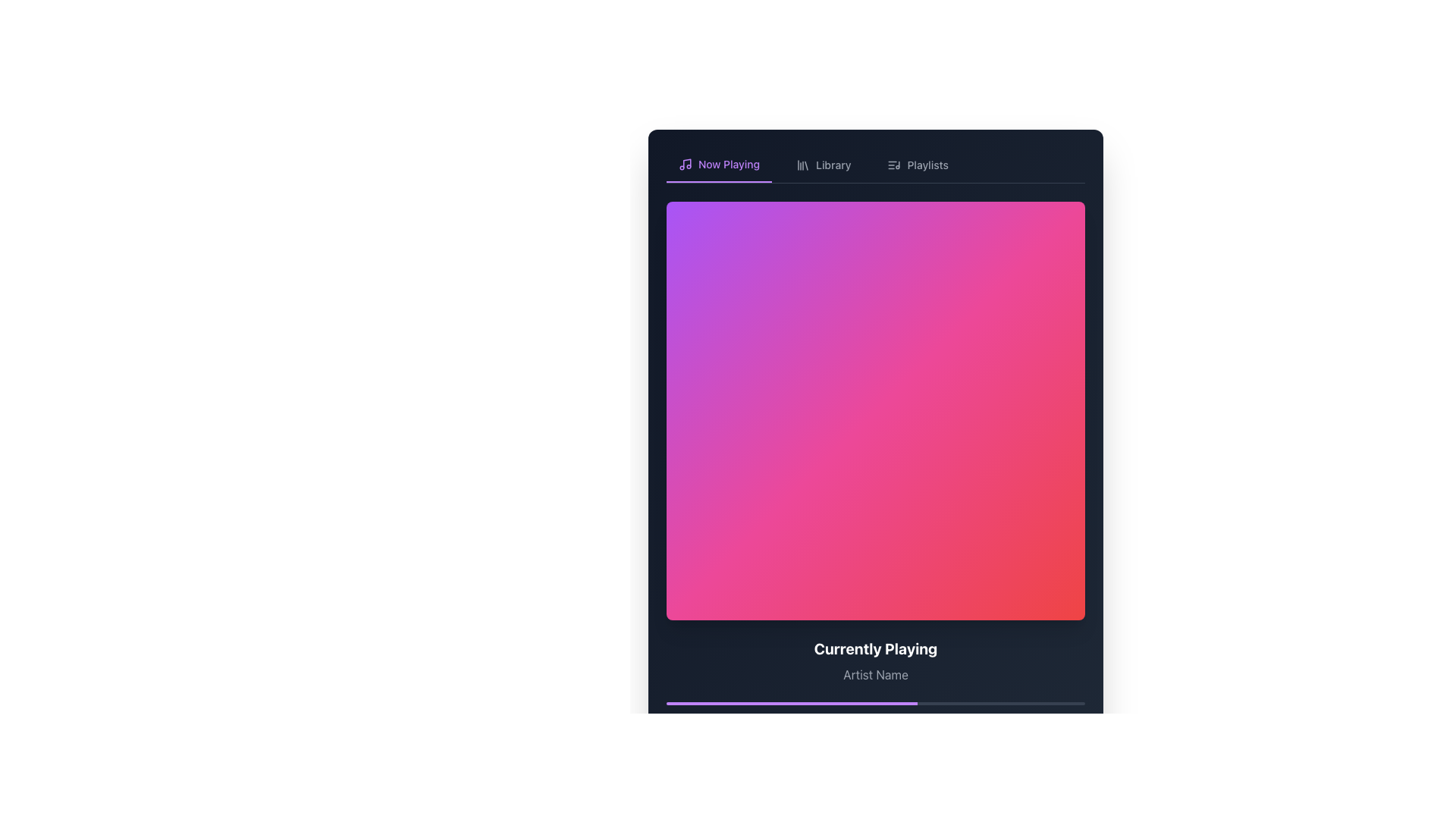 The image size is (1456, 819). What do you see at coordinates (676, 718) in the screenshot?
I see `the Text Label indicating elapsed time in the bottom-left of the media player interface` at bounding box center [676, 718].